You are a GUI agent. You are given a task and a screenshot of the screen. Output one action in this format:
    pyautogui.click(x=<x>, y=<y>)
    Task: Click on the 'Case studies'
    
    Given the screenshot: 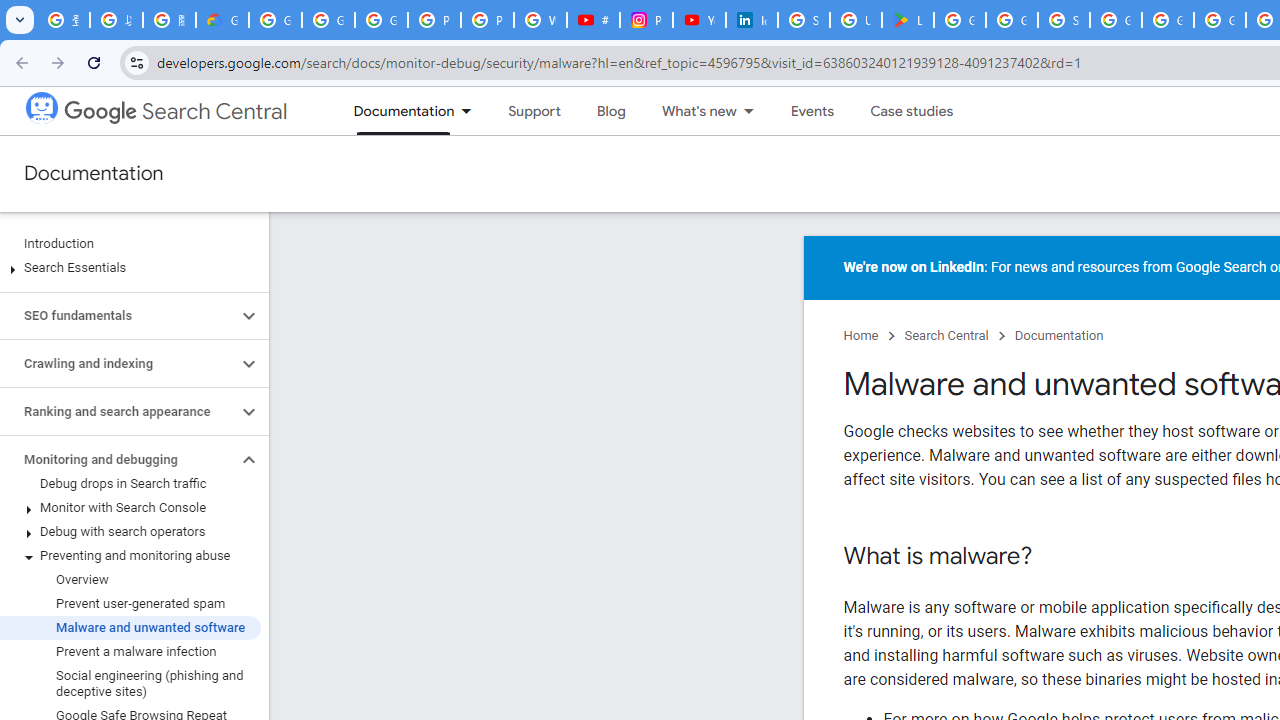 What is the action you would take?
    pyautogui.click(x=911, y=111)
    